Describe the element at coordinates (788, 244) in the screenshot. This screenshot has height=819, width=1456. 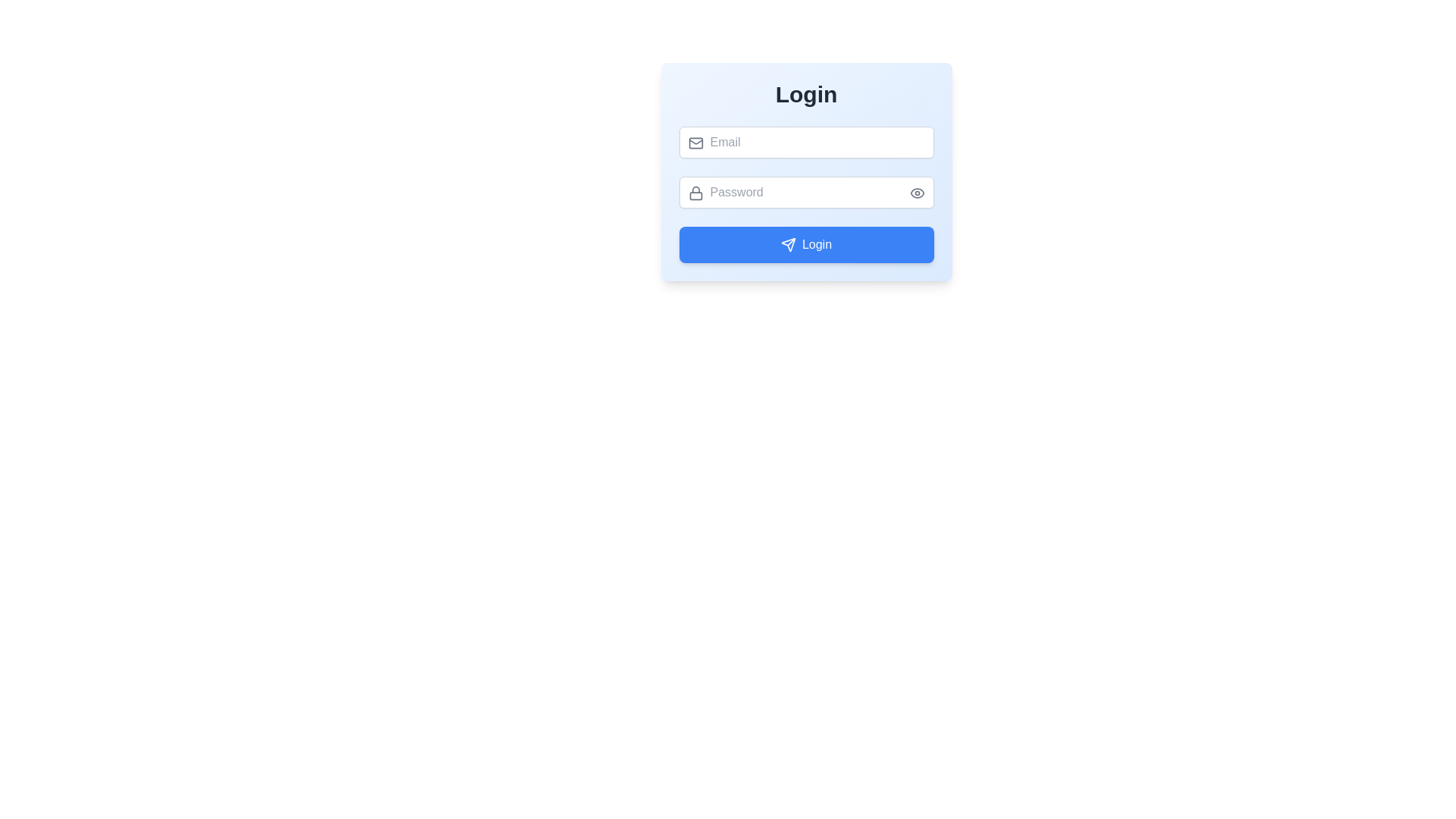
I see `the send icon, which resembles a paper plane, located to the left of the 'Login' text inside the blue button` at that location.